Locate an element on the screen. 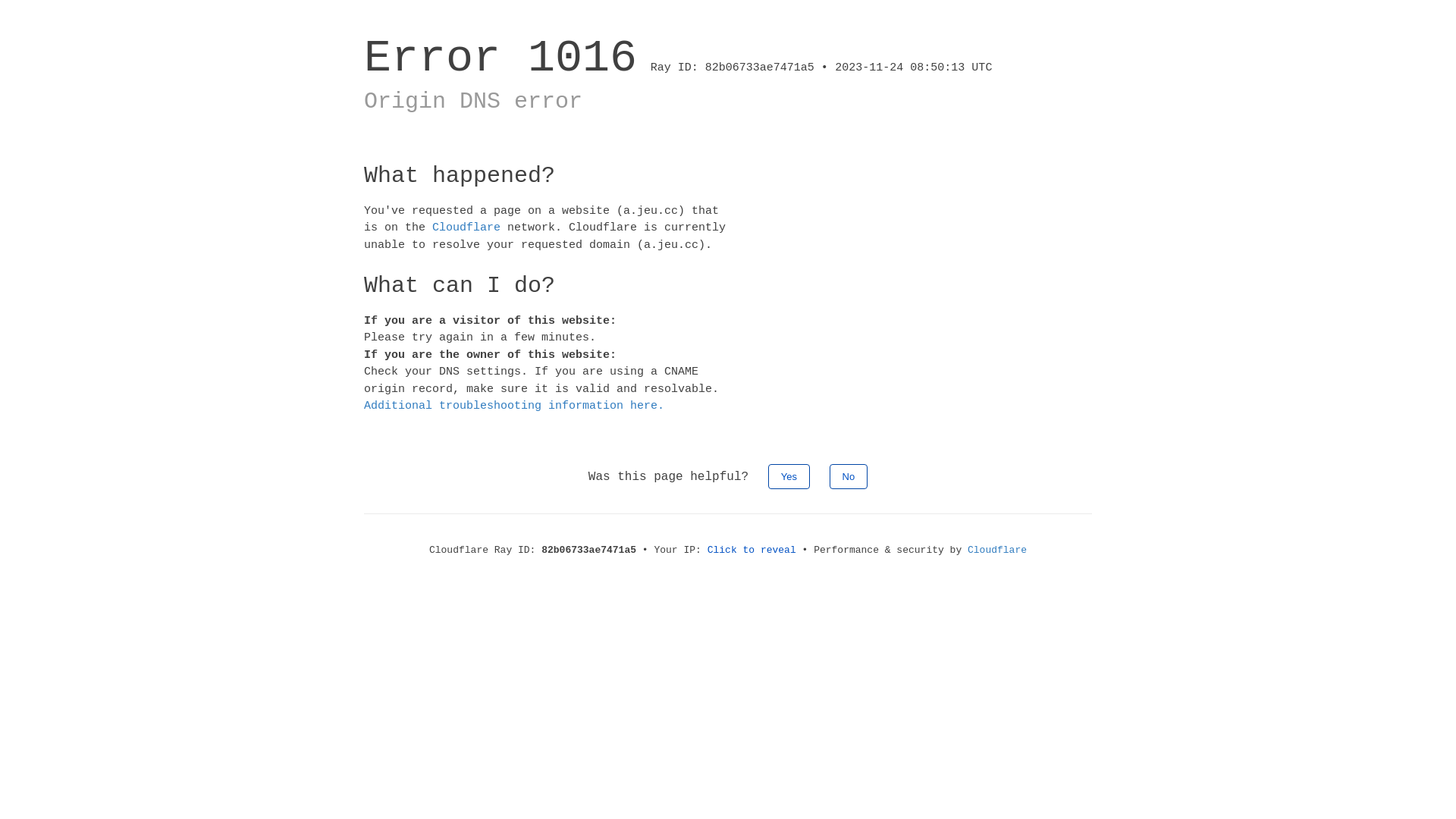  'Cloudflare' is located at coordinates (431, 227).